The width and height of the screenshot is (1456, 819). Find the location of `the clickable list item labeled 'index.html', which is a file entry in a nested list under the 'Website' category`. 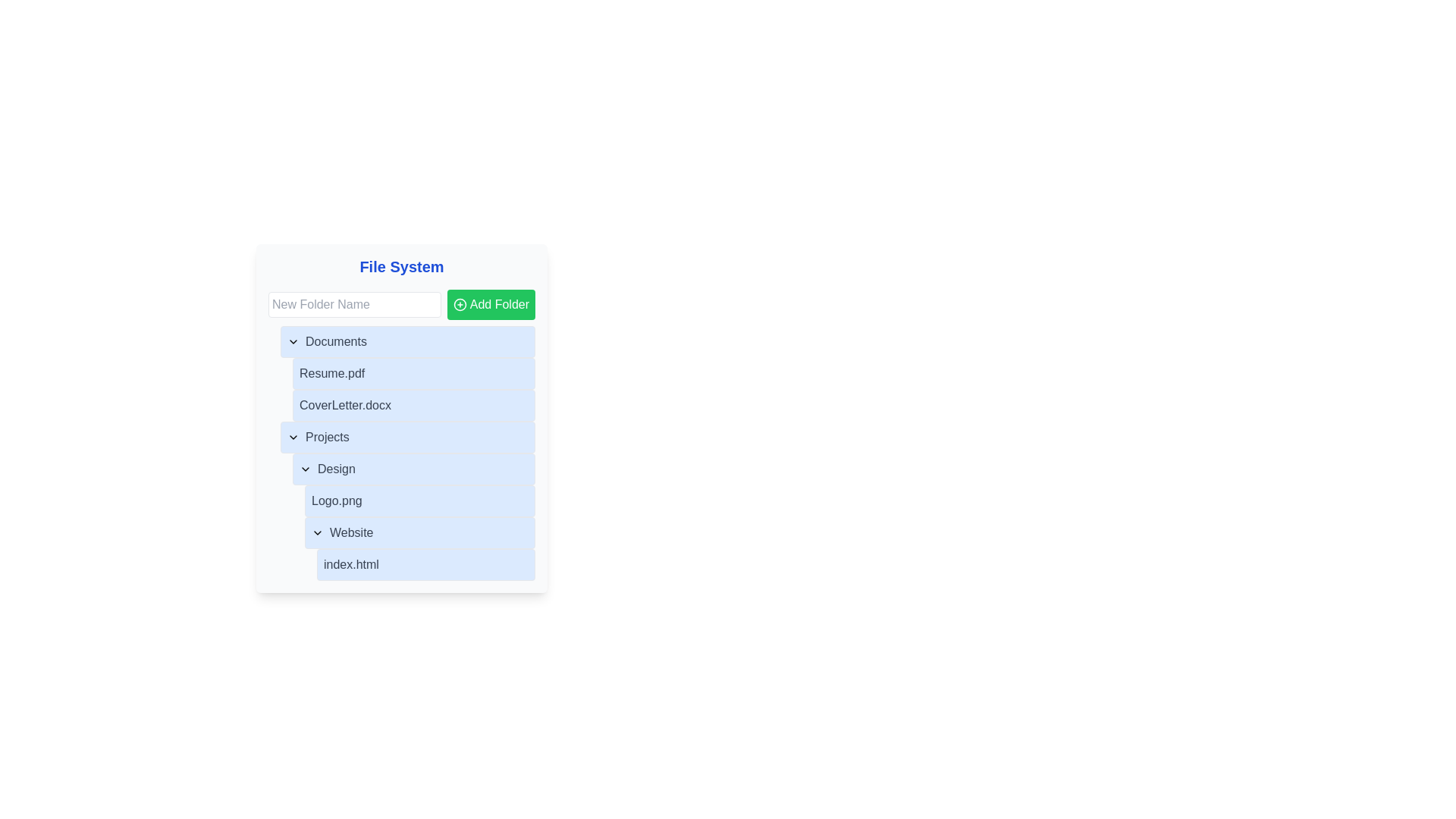

the clickable list item labeled 'index.html', which is a file entry in a nested list under the 'Website' category is located at coordinates (425, 564).